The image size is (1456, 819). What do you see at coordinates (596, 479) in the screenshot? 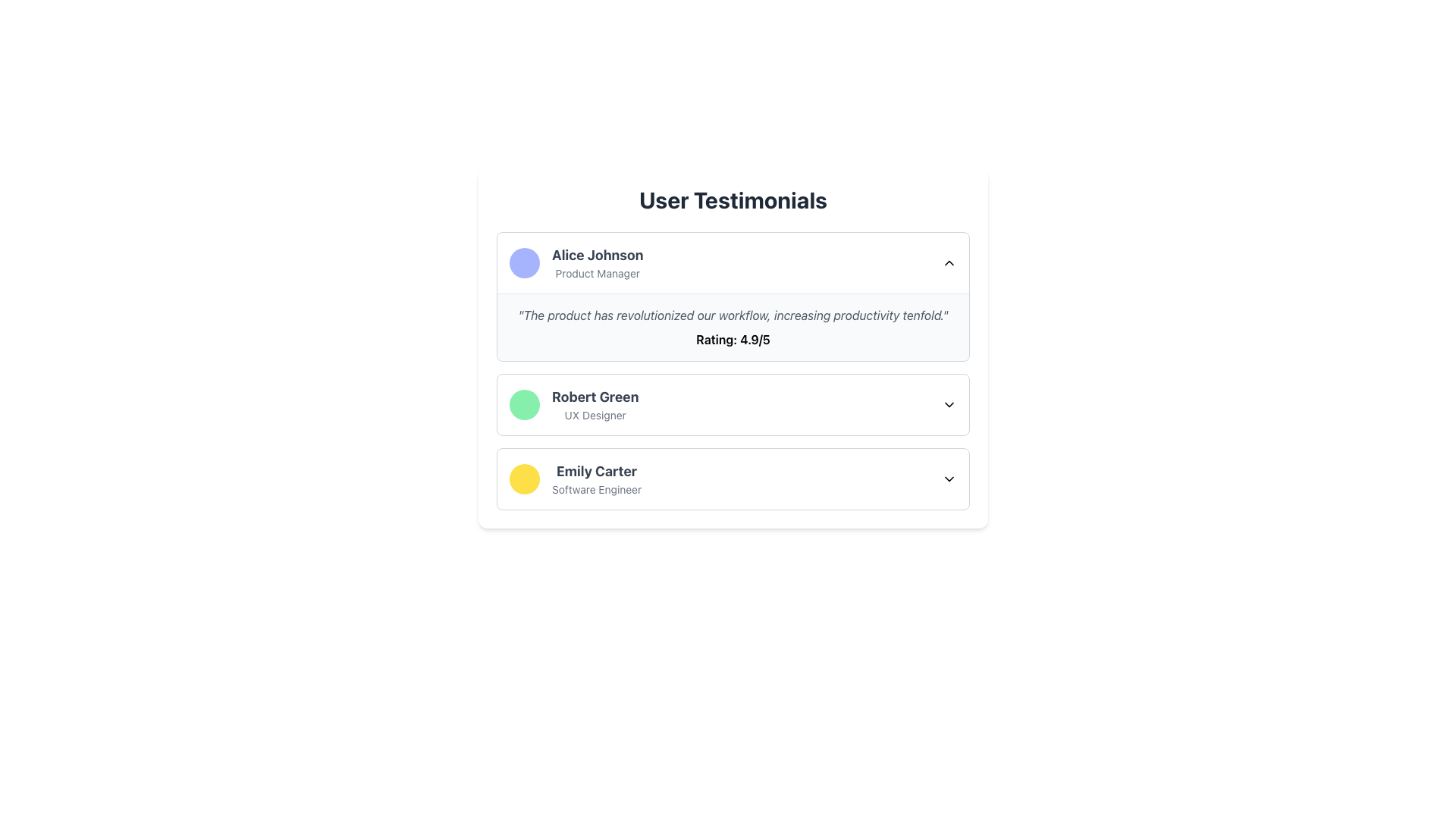
I see `the Text Block element that contains the name 'Emily Carter' and the title 'Software Engineer', located within the 'User Testimonials' section, specifically under the third item in the list, positioned to the right of a yellow circular avatar` at bounding box center [596, 479].